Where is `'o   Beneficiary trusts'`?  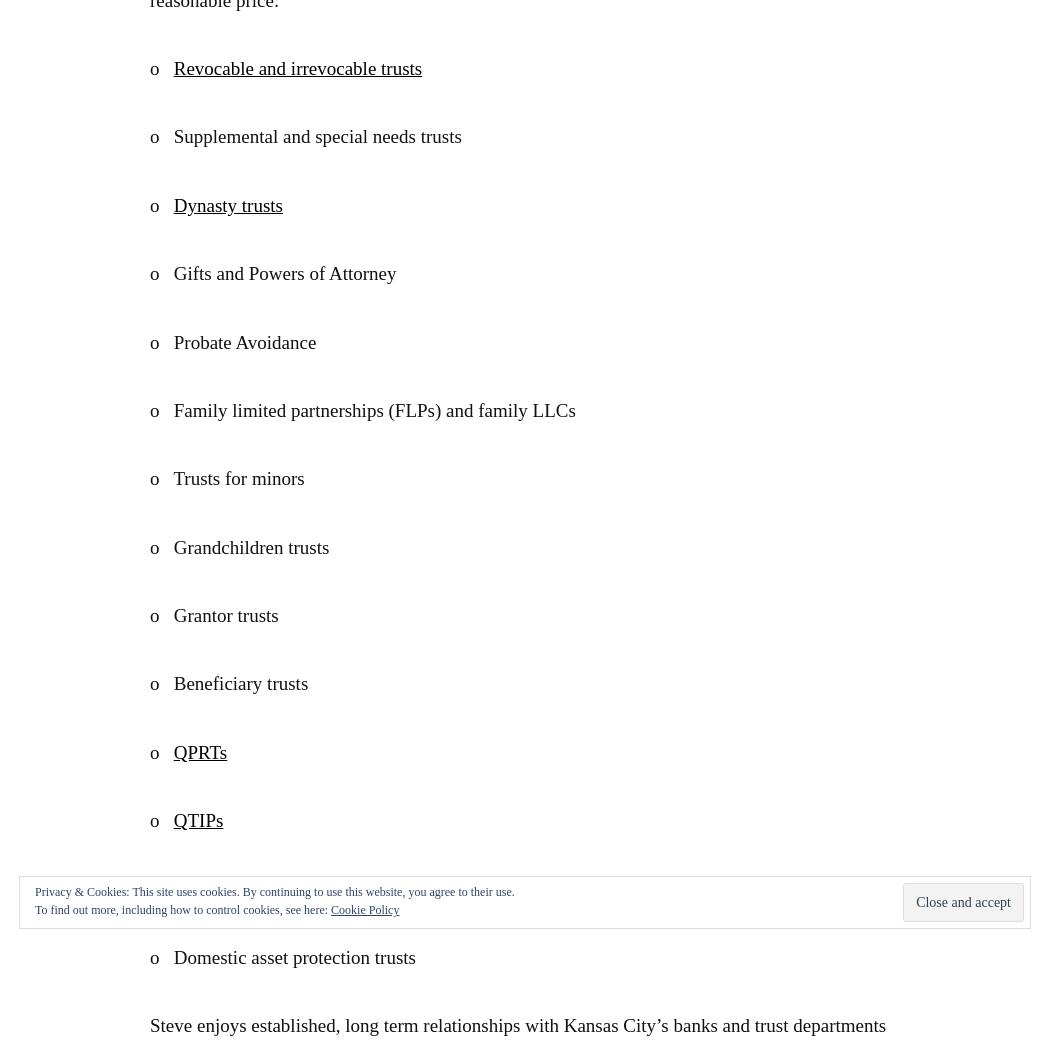 'o   Beneficiary trusts' is located at coordinates (229, 682).